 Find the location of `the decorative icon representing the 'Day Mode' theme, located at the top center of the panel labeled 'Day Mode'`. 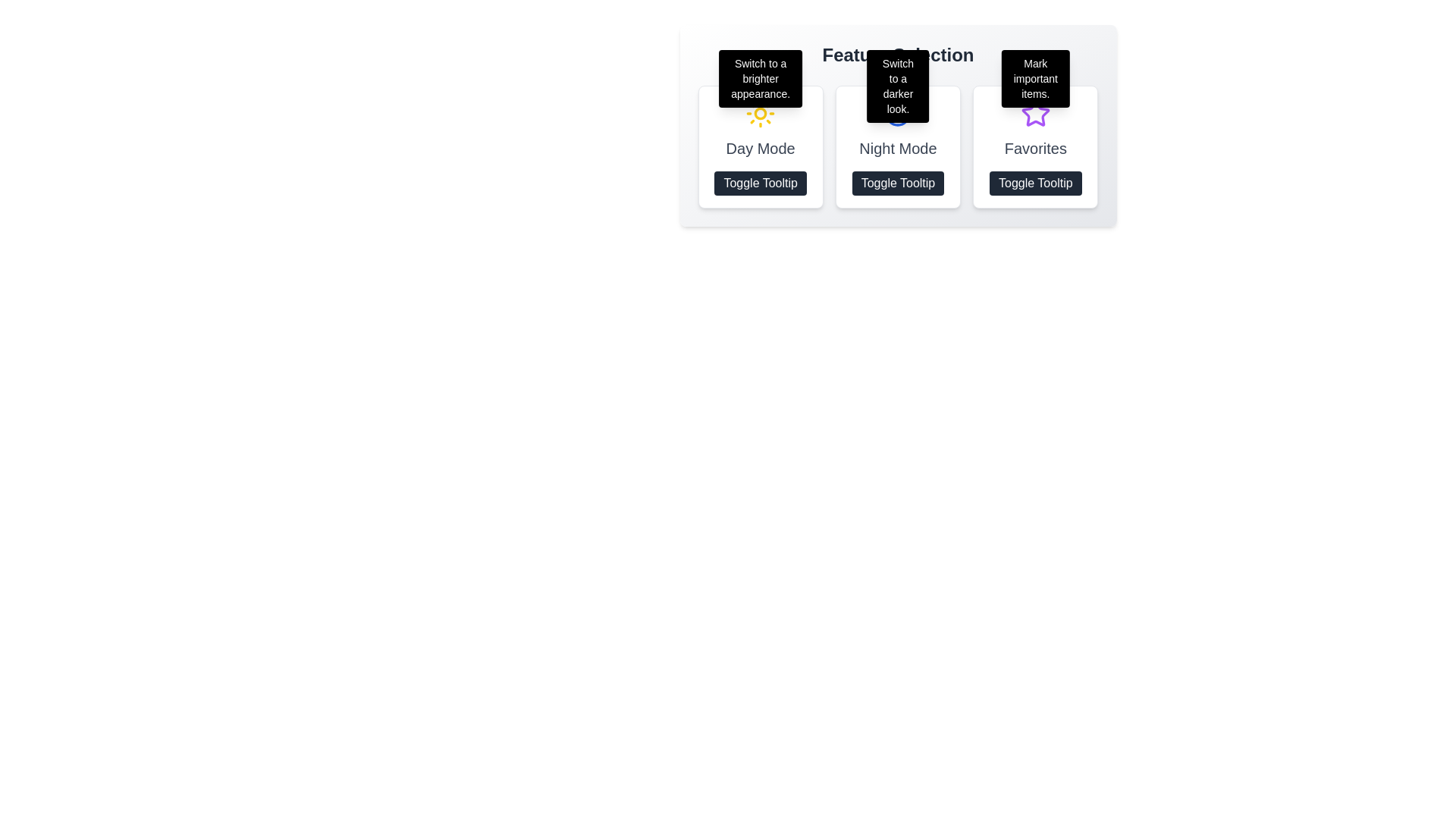

the decorative icon representing the 'Day Mode' theme, located at the top center of the panel labeled 'Day Mode' is located at coordinates (761, 113).